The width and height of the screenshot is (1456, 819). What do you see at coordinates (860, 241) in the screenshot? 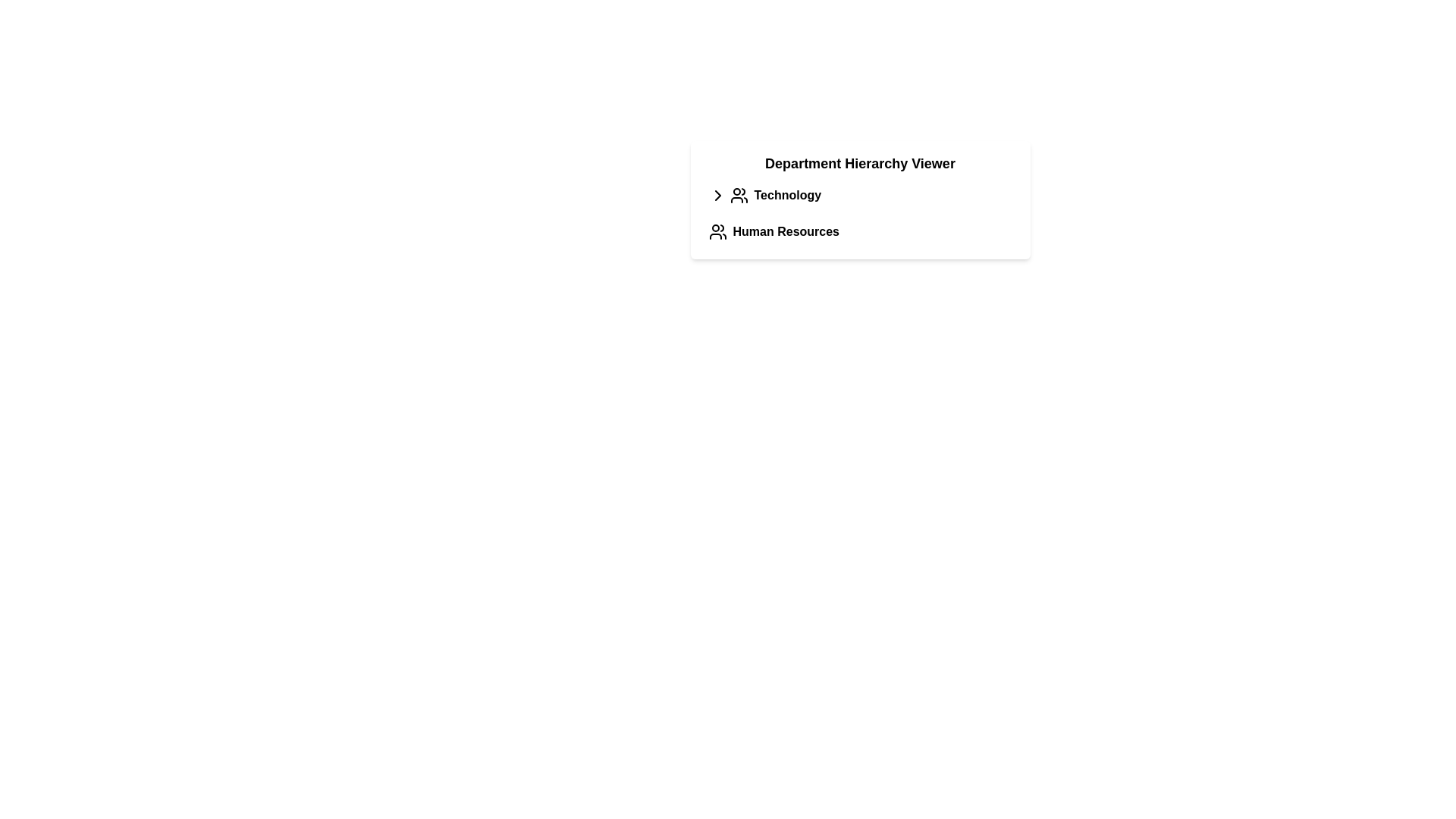
I see `the 'Human Resources' entry in the Department Hierarchy Viewer panel` at bounding box center [860, 241].